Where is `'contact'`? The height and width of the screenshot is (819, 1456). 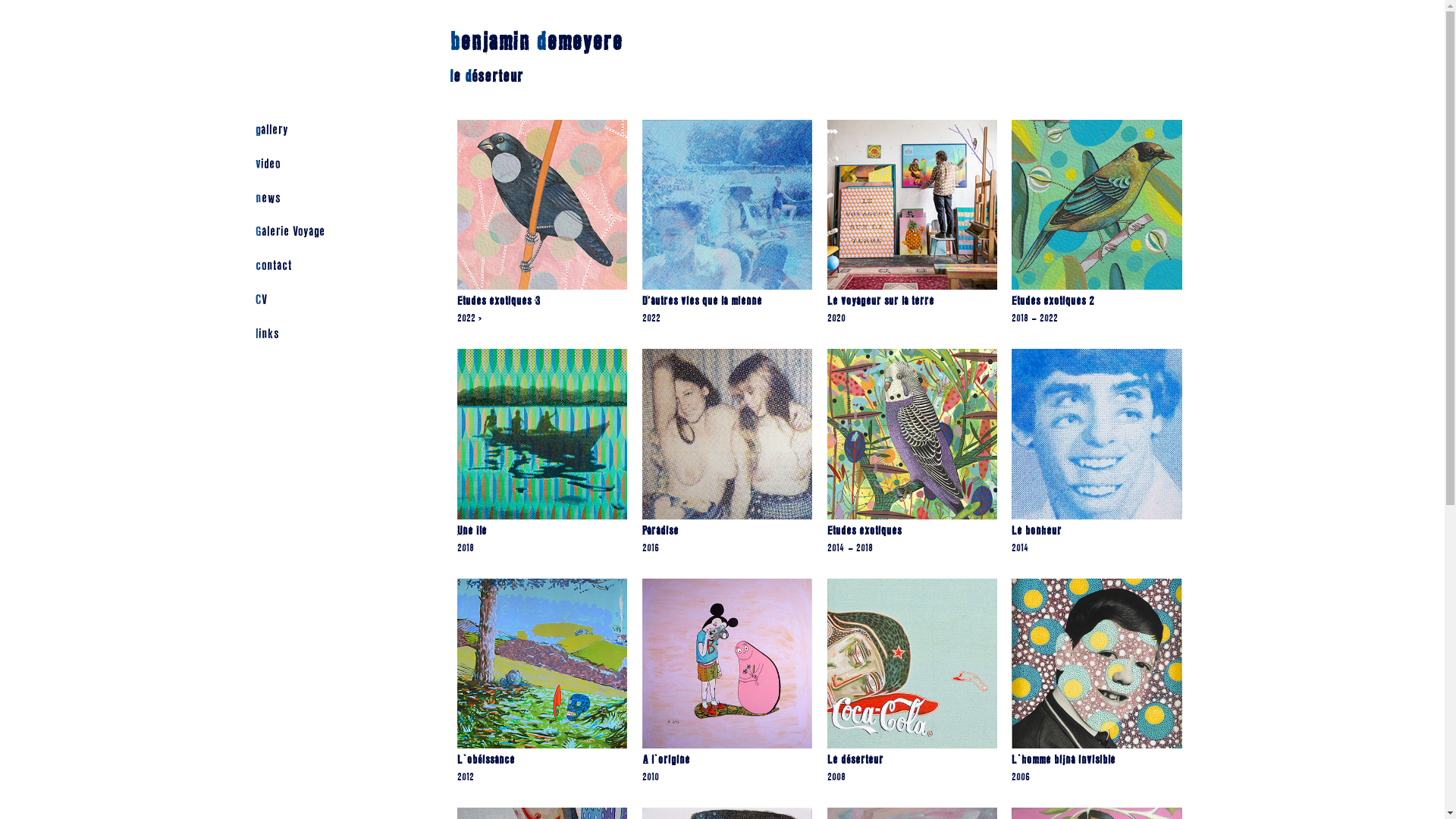 'contact' is located at coordinates (255, 265).